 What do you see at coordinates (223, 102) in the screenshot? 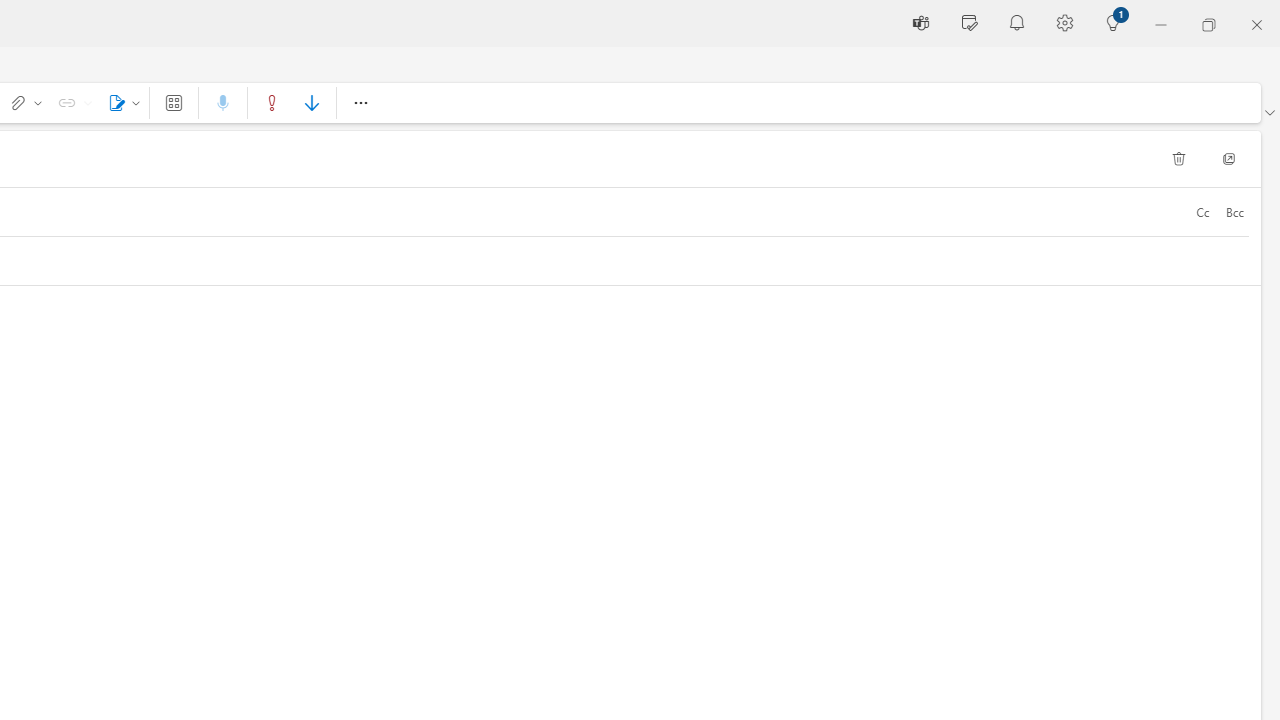
I see `'Dictate'` at bounding box center [223, 102].